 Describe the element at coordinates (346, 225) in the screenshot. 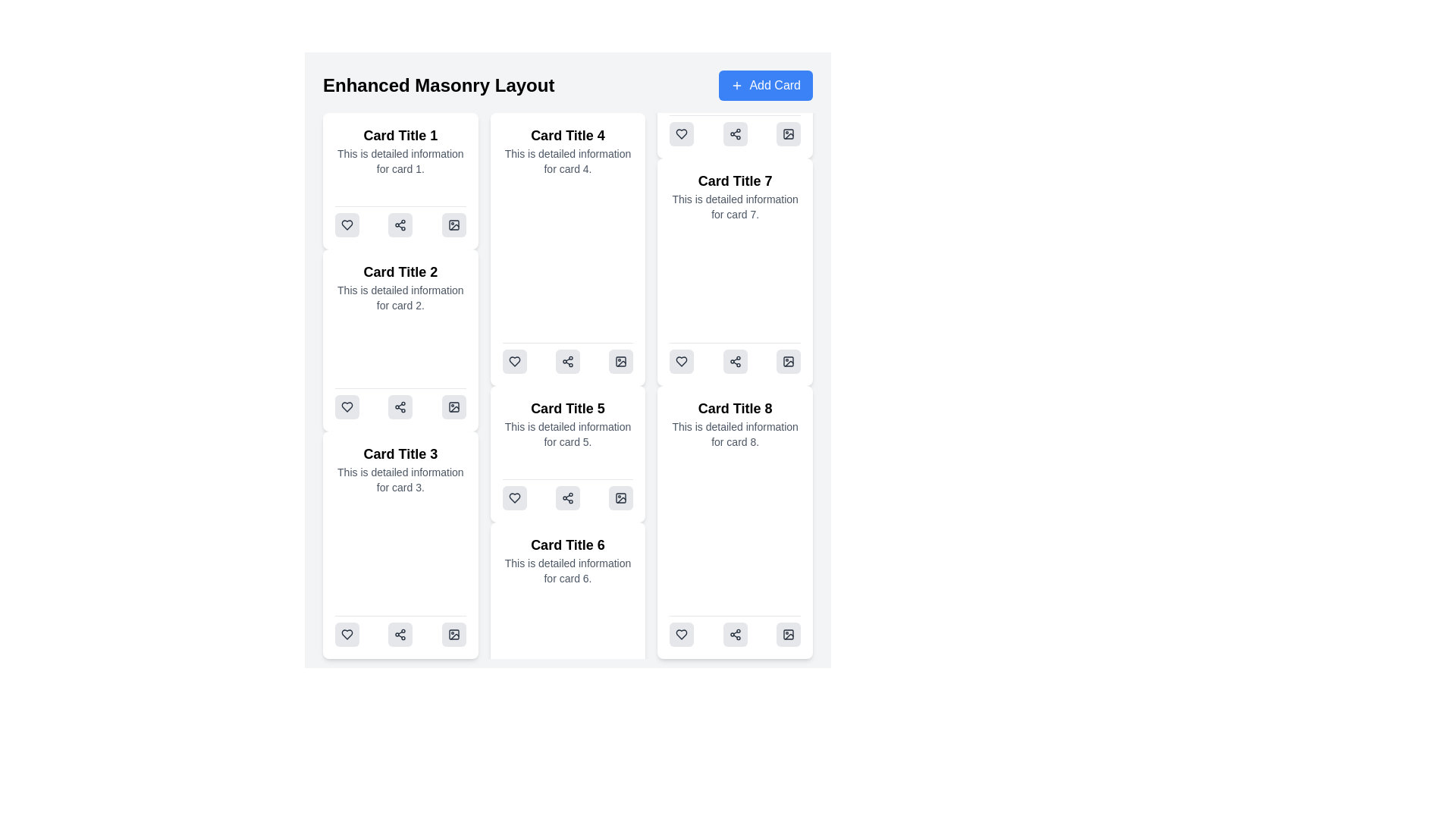

I see `the heart-shaped icon with a black outline located in 'Card Title 2'` at that location.